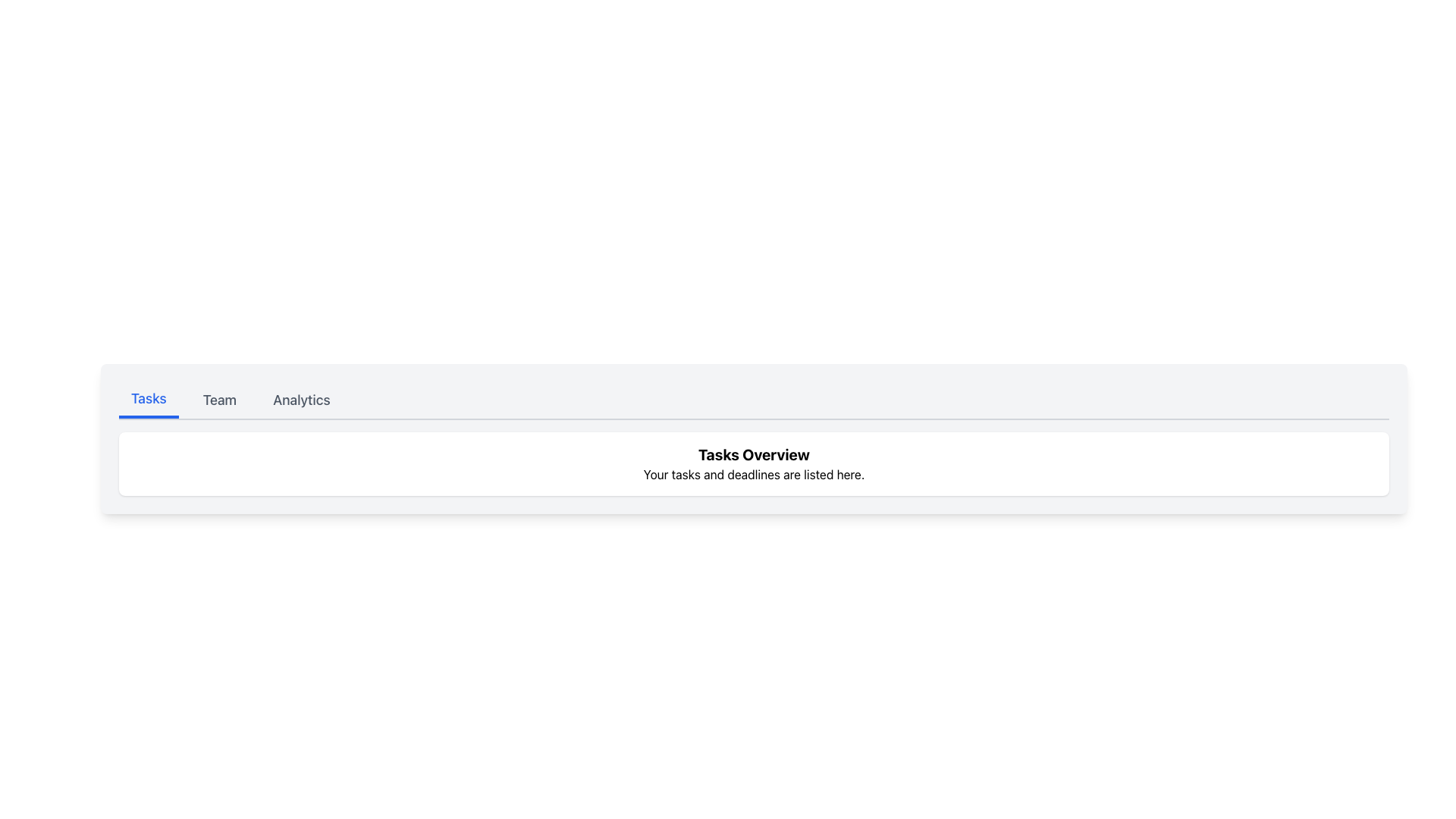  I want to click on the second tab from the left in the horizontal navigation bar, so click(218, 400).